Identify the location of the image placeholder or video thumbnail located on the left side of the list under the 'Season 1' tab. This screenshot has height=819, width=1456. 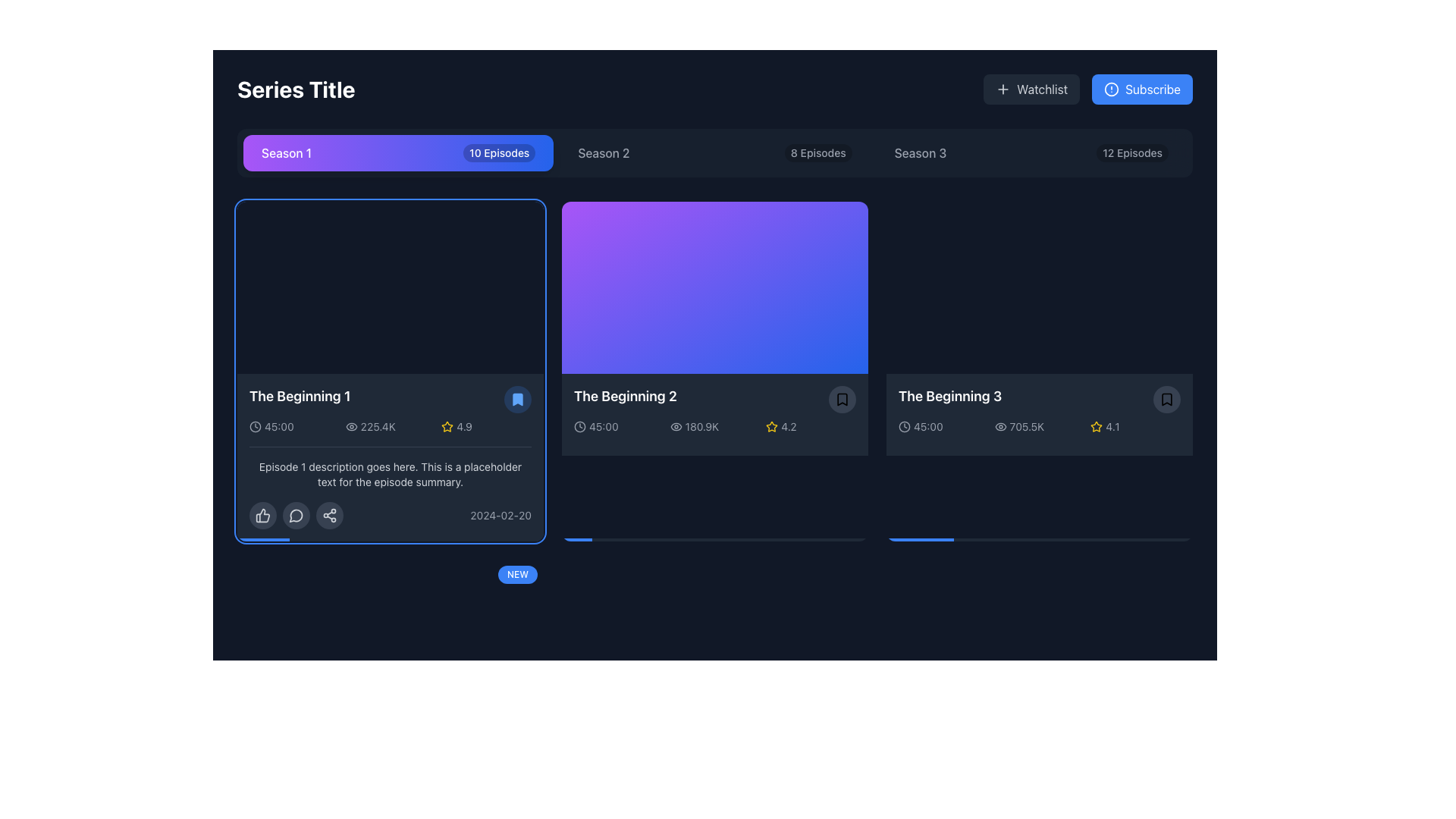
(390, 287).